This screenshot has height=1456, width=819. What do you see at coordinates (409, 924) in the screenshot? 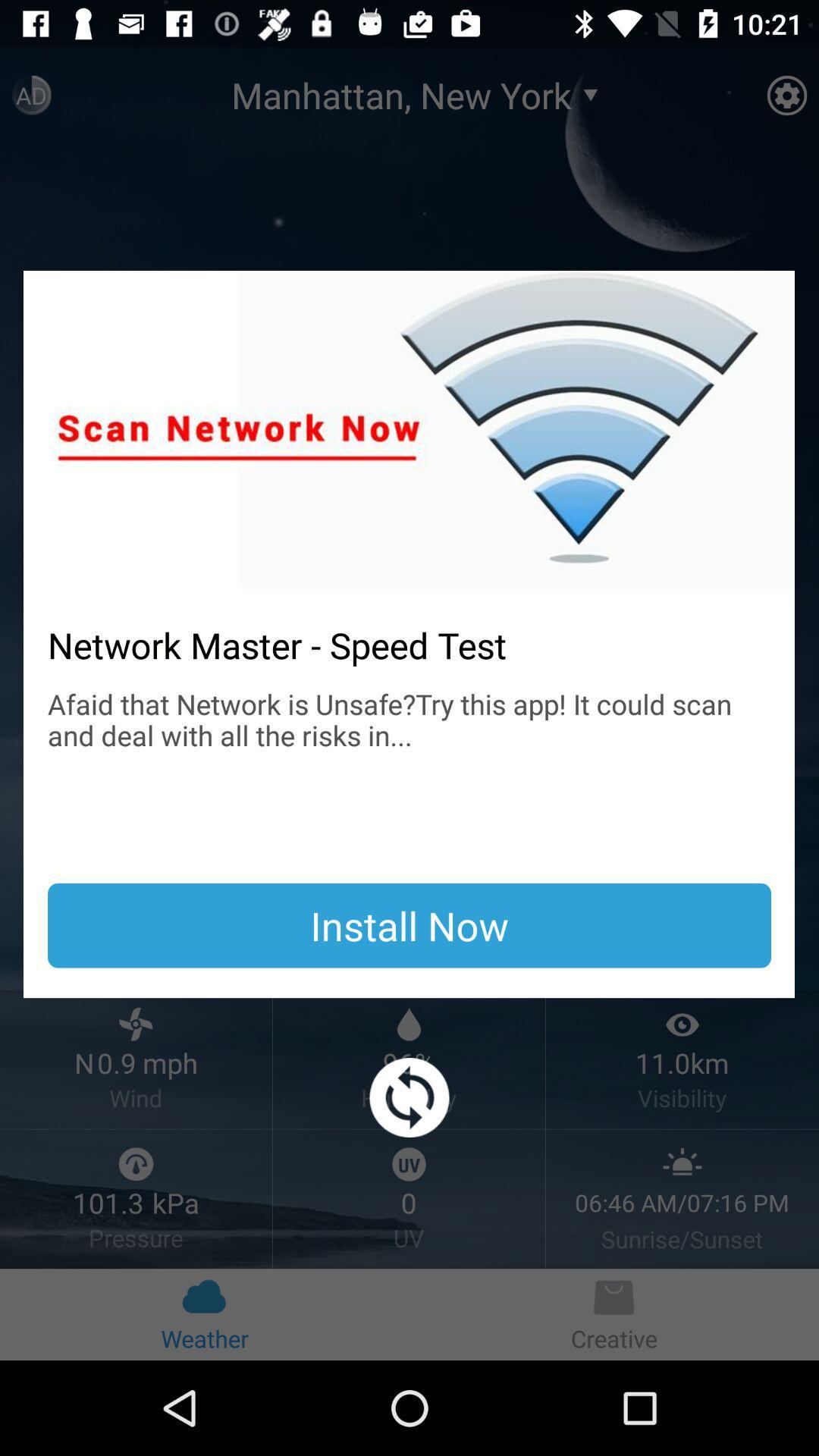
I see `install now item` at bounding box center [409, 924].